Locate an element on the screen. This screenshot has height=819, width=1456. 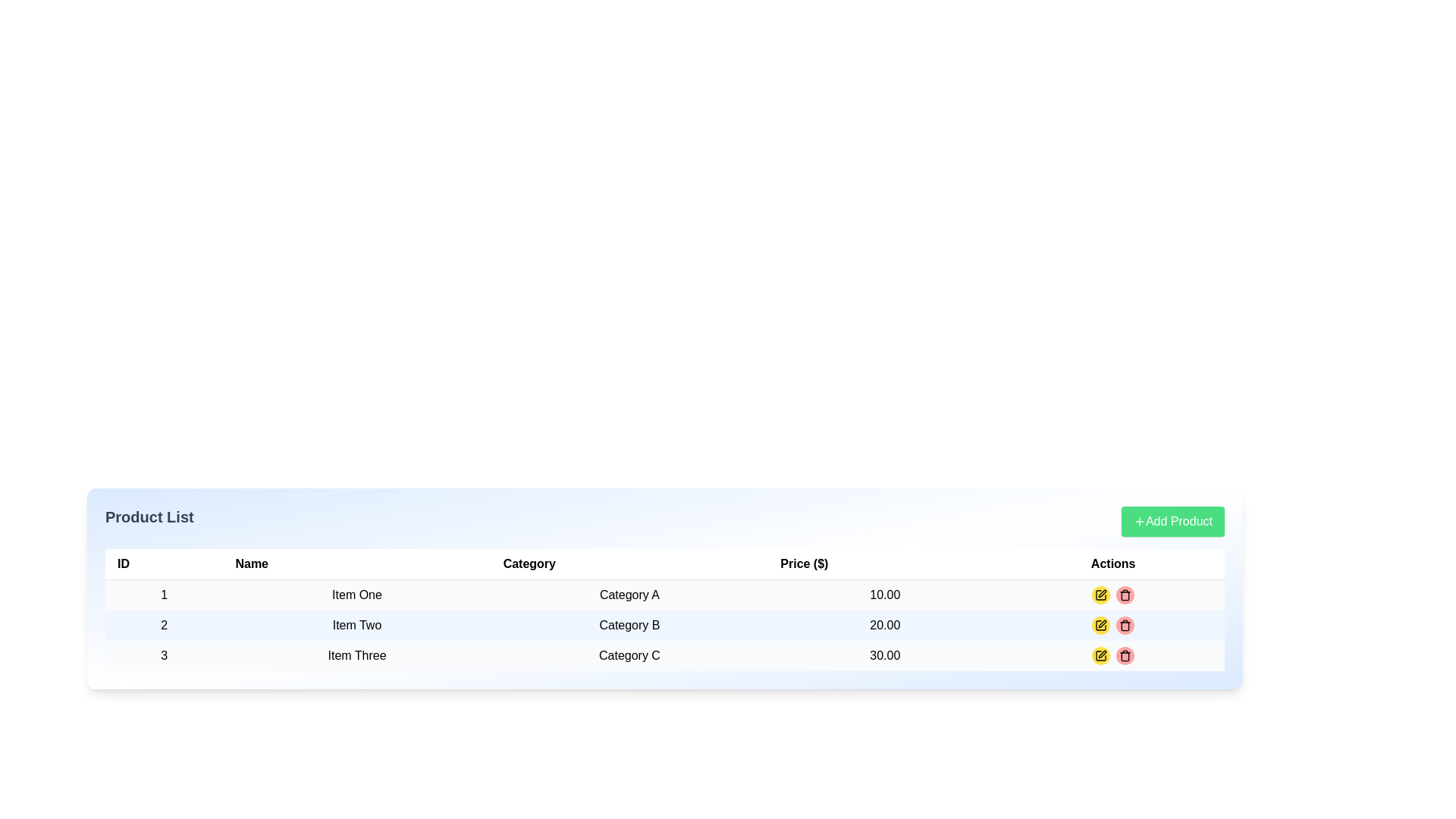
the delete button located in the 'Actions' column of the third row in the product list table is located at coordinates (1125, 626).